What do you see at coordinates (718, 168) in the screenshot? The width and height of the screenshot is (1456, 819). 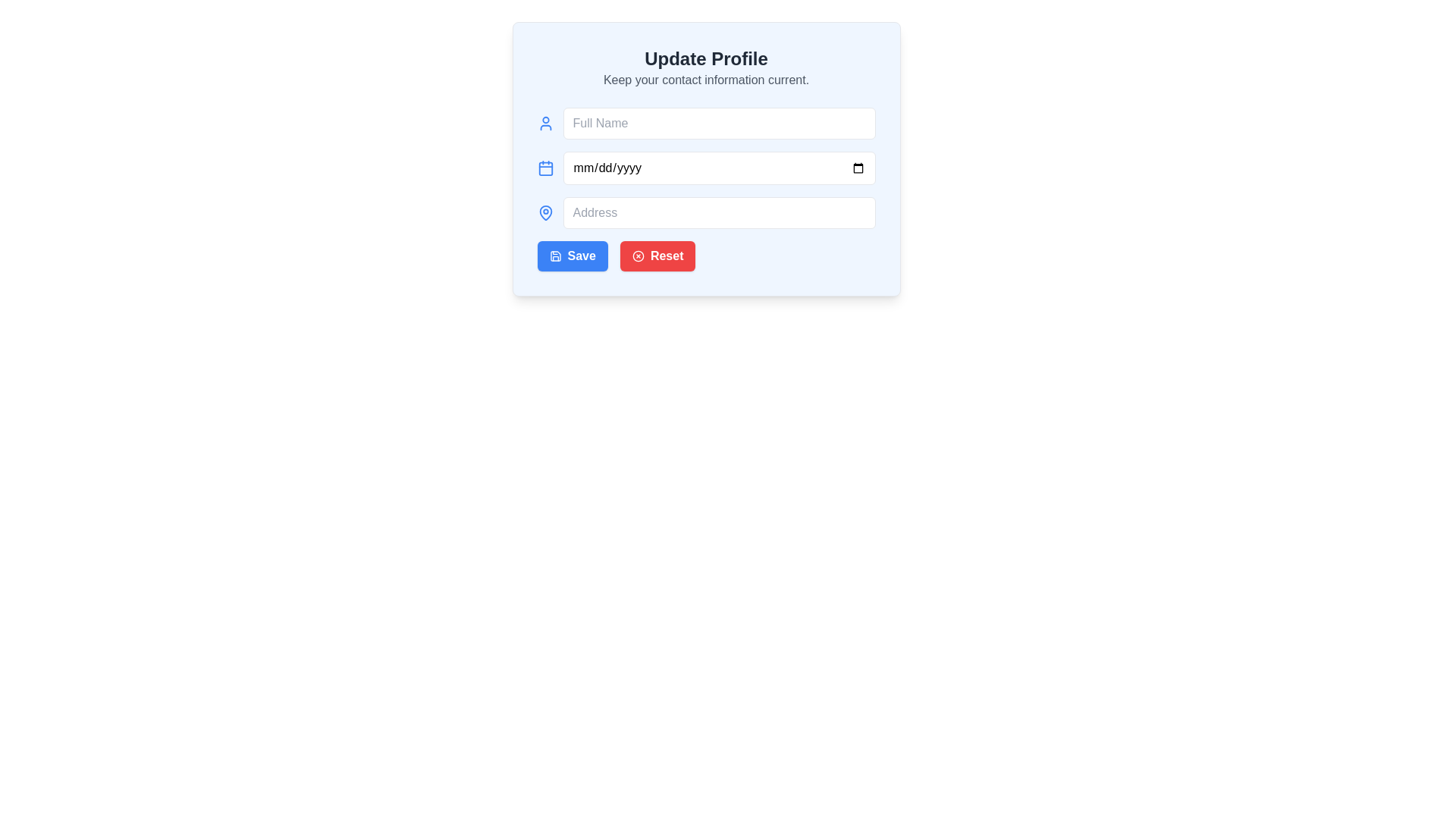 I see `a date from the calendar view of the Date input field situated below the 'Full Name' input field and above the 'Address' input field, identified by the calendar icon on the left` at bounding box center [718, 168].